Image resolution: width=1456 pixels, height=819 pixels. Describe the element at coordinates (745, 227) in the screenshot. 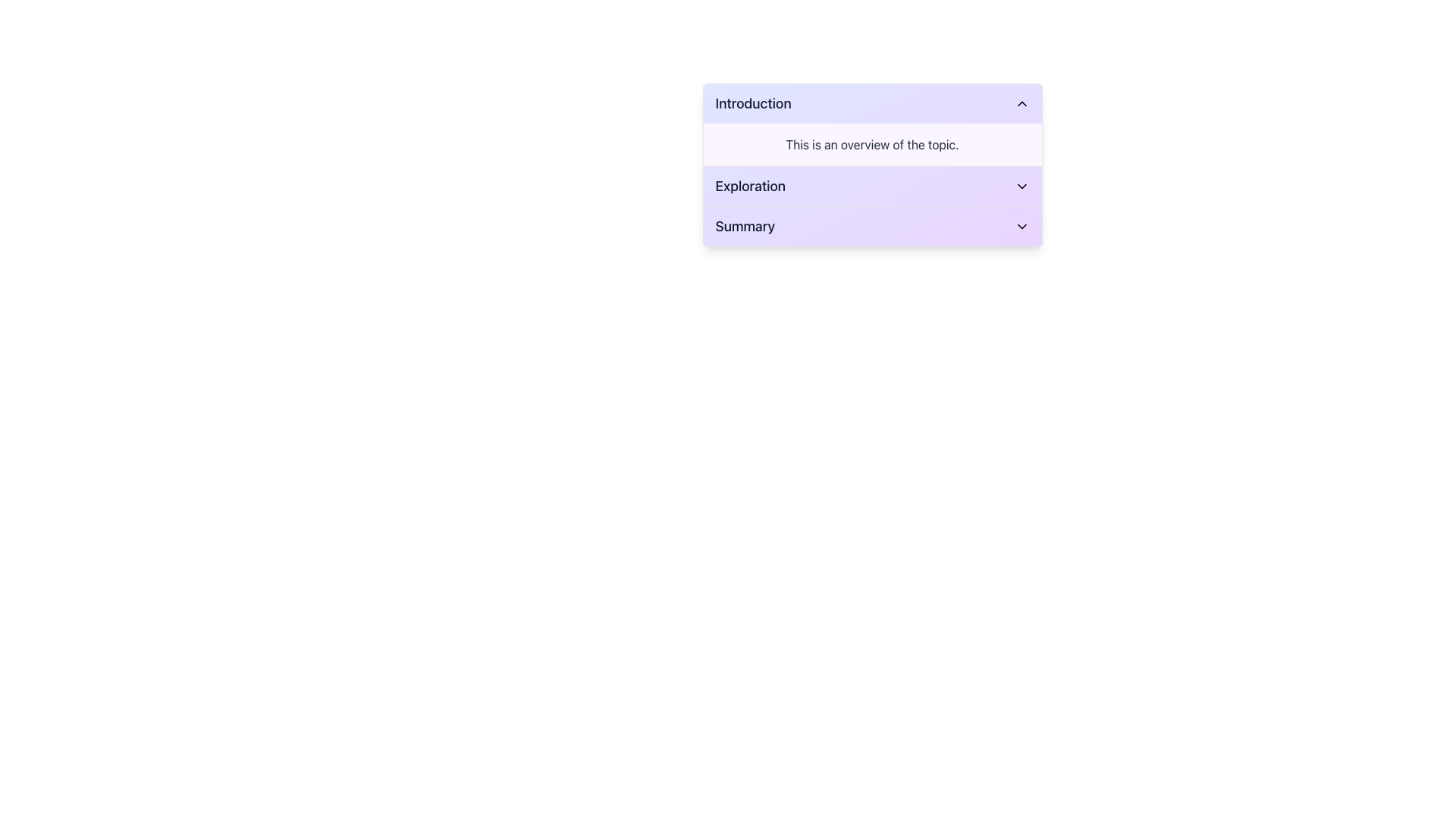

I see `the 'Summary' text label` at that location.